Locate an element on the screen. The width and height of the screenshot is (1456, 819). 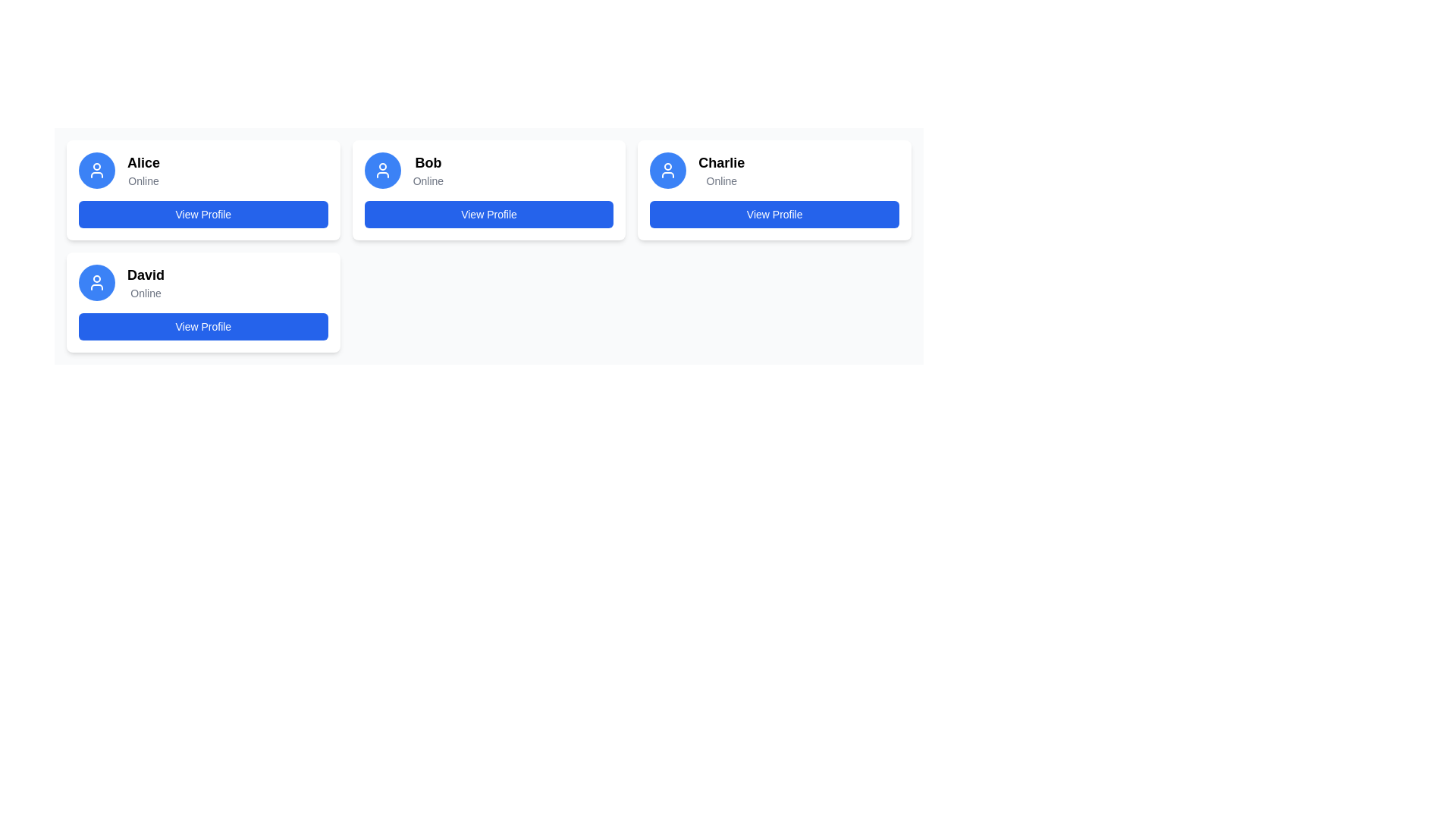
displayed name 'Bob' and status 'Online' from the compound UI component consisting of two text elements, which is located at the top right of a grid layout is located at coordinates (427, 170).